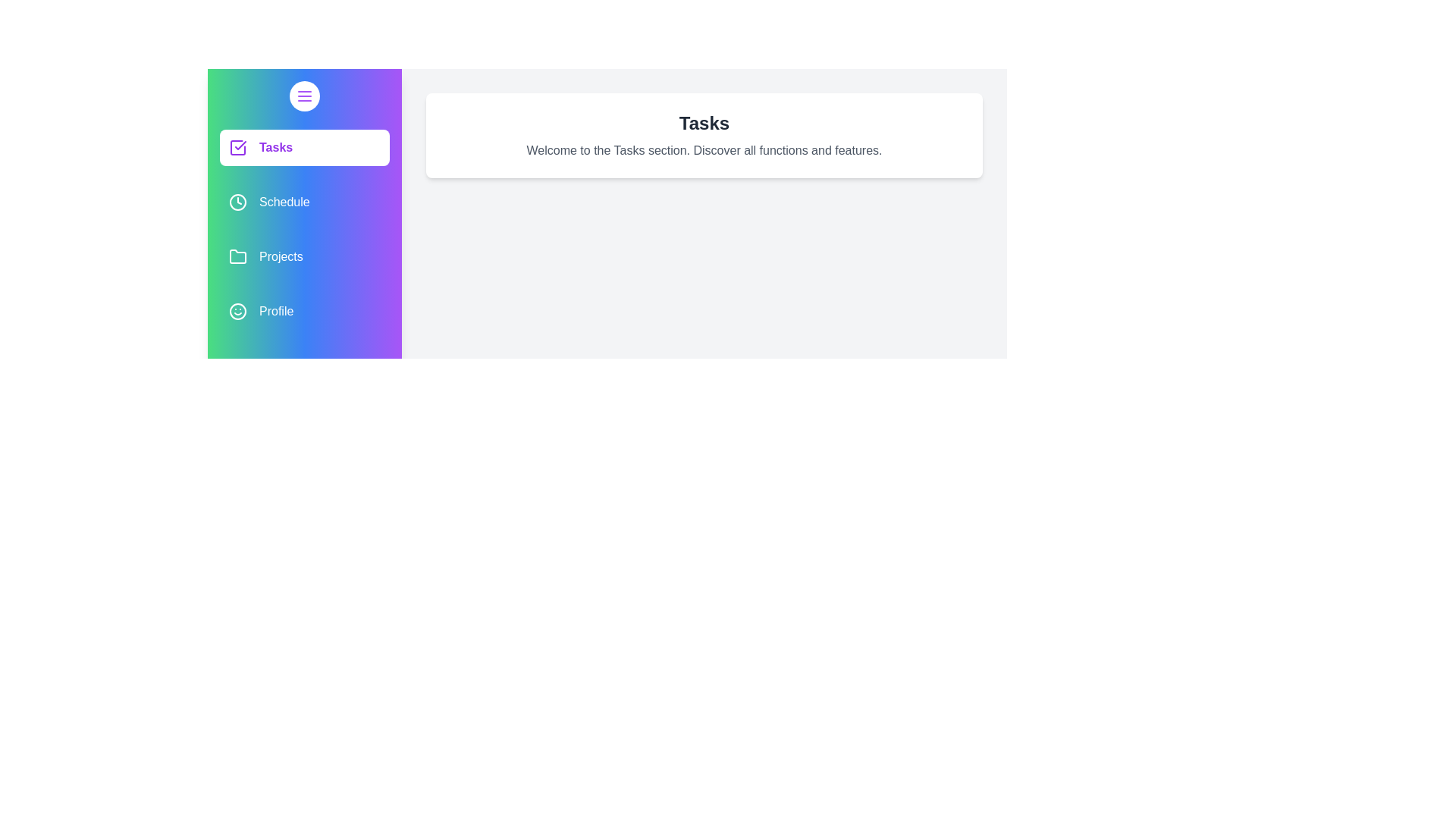 Image resolution: width=1456 pixels, height=819 pixels. What do you see at coordinates (304, 96) in the screenshot?
I see `the menu button to toggle the drawer's open/close state` at bounding box center [304, 96].